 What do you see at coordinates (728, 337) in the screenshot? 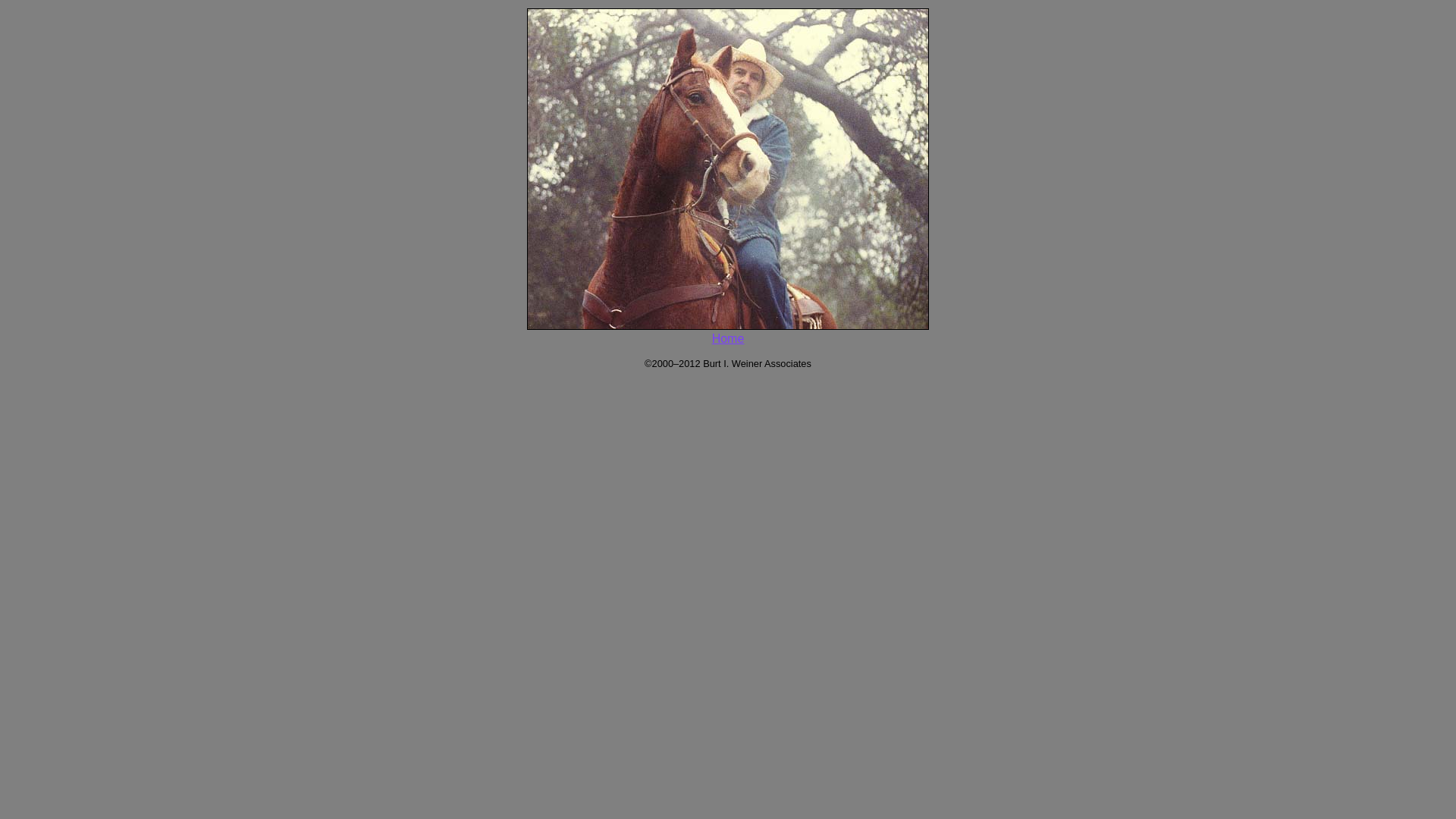
I see `'Home'` at bounding box center [728, 337].